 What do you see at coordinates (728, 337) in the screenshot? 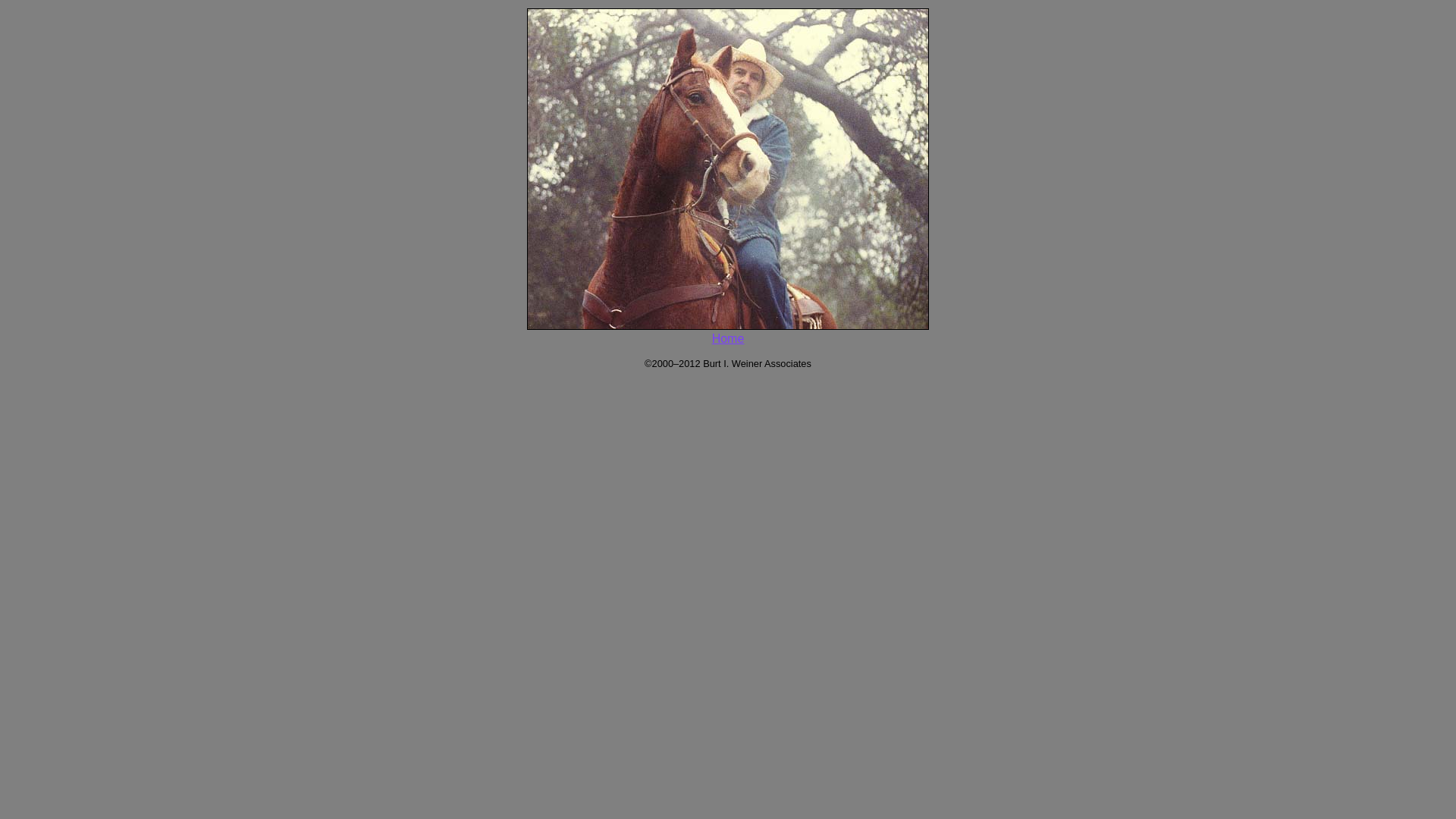
I see `'Home'` at bounding box center [728, 337].